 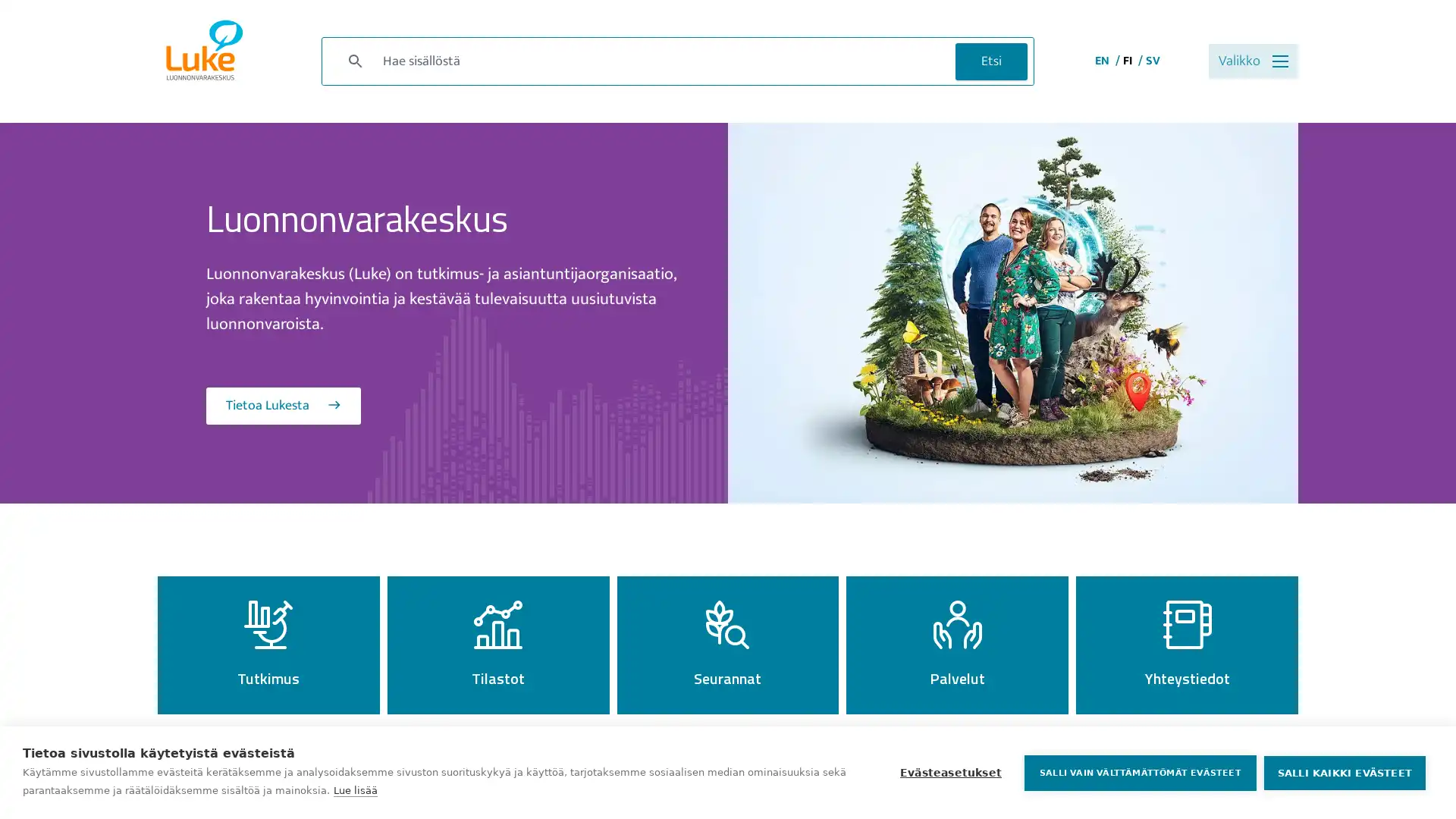 I want to click on Etsi, so click(x=929, y=60).